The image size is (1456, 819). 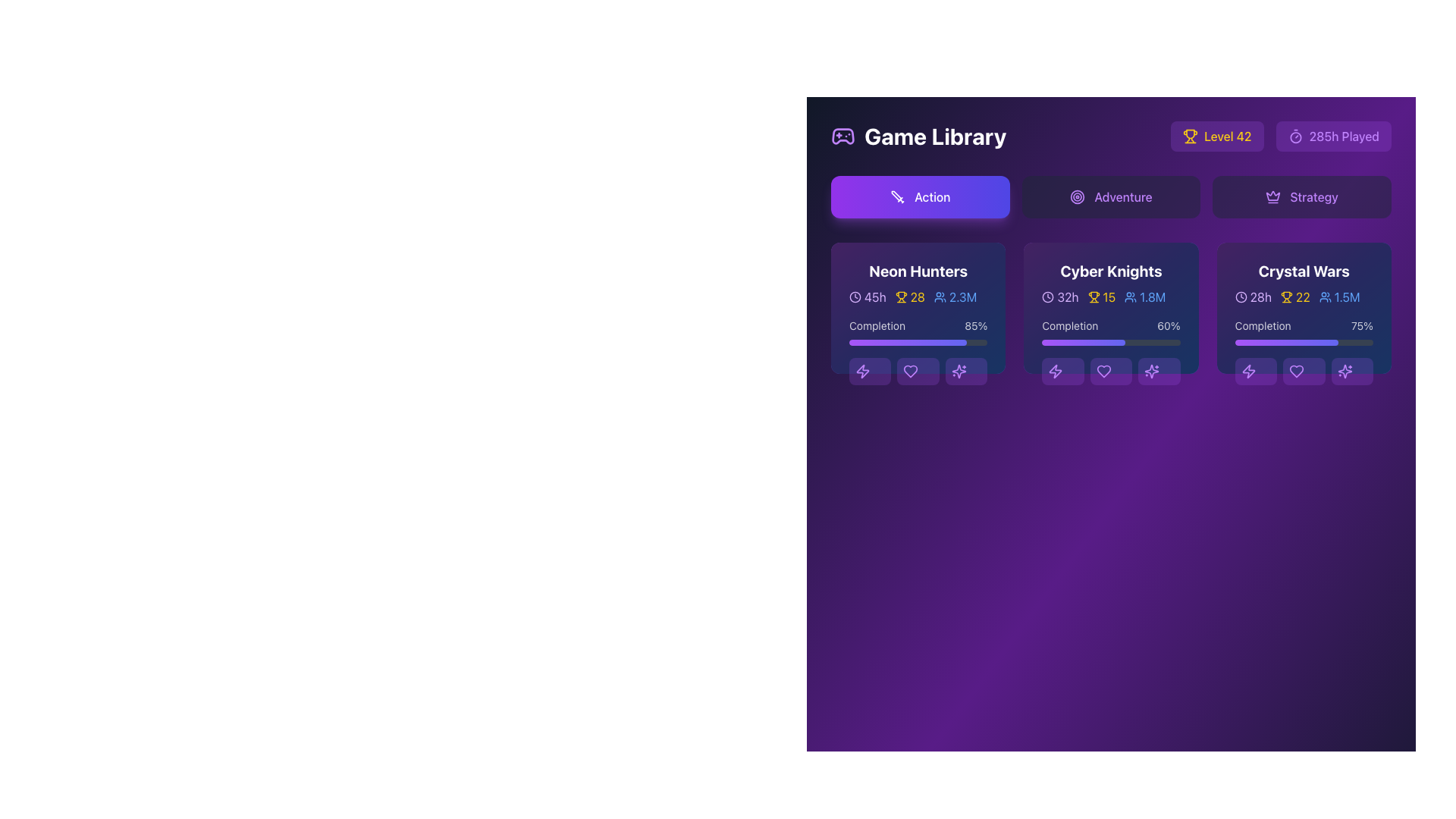 What do you see at coordinates (1273, 196) in the screenshot?
I see `the crown icon with a thin outline and purple fill, located in the top-right section under the 'Strategy' button group` at bounding box center [1273, 196].